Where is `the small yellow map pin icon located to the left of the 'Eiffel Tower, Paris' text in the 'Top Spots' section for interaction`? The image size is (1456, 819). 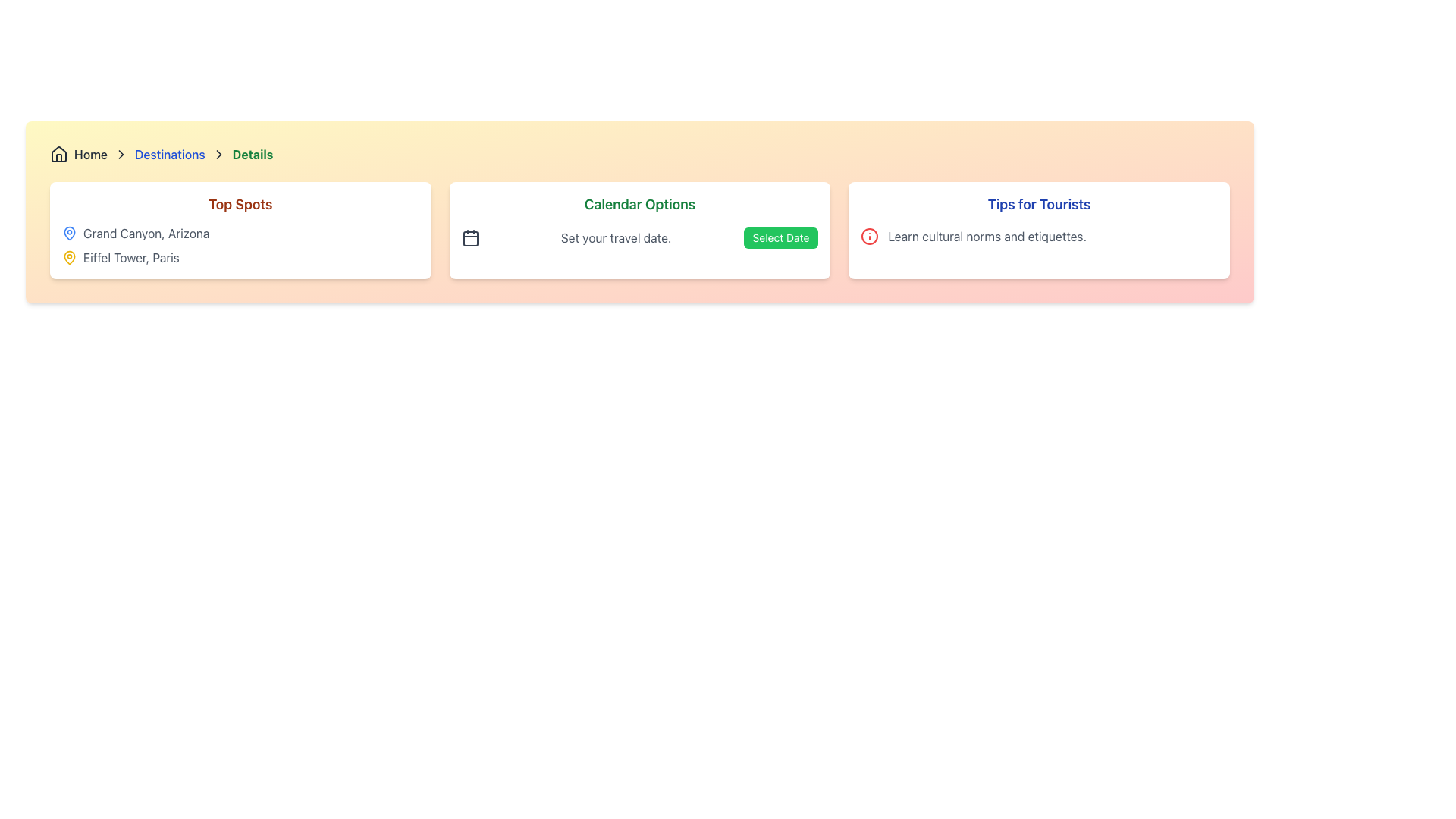 the small yellow map pin icon located to the left of the 'Eiffel Tower, Paris' text in the 'Top Spots' section for interaction is located at coordinates (68, 256).